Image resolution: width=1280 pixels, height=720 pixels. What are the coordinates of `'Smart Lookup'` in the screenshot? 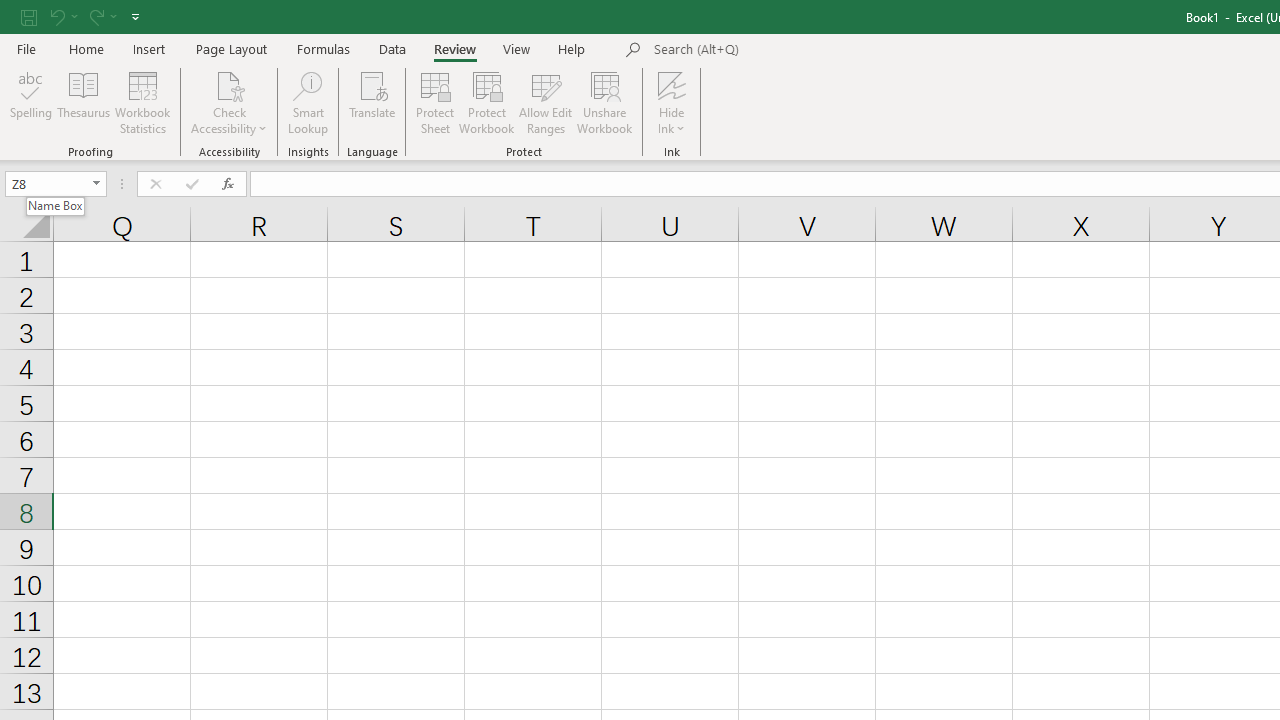 It's located at (307, 103).